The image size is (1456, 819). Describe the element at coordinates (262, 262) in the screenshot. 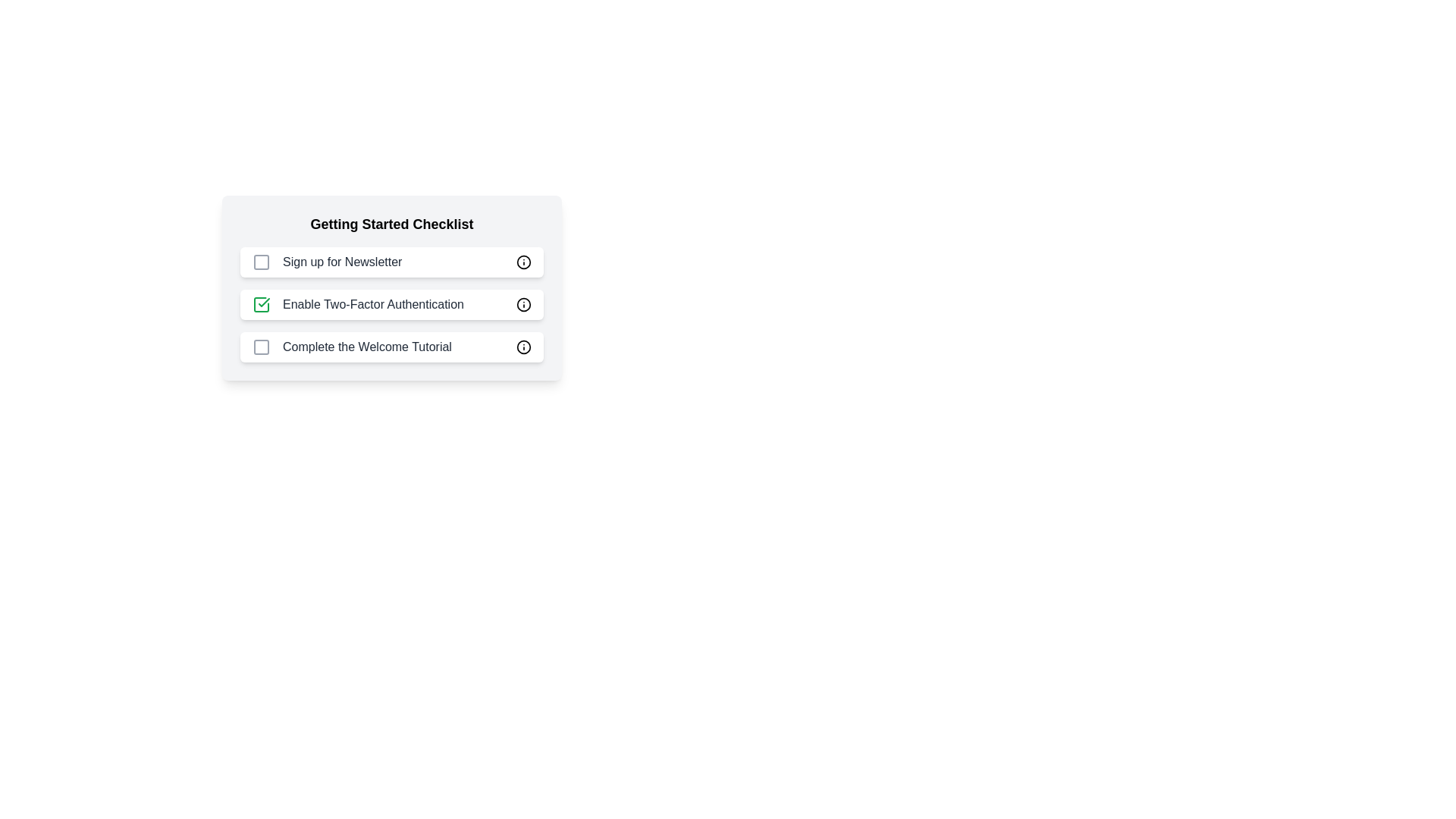

I see `the first checkbox in the checklist located on the left side of the 'Sign up for Newsletter' row` at that location.